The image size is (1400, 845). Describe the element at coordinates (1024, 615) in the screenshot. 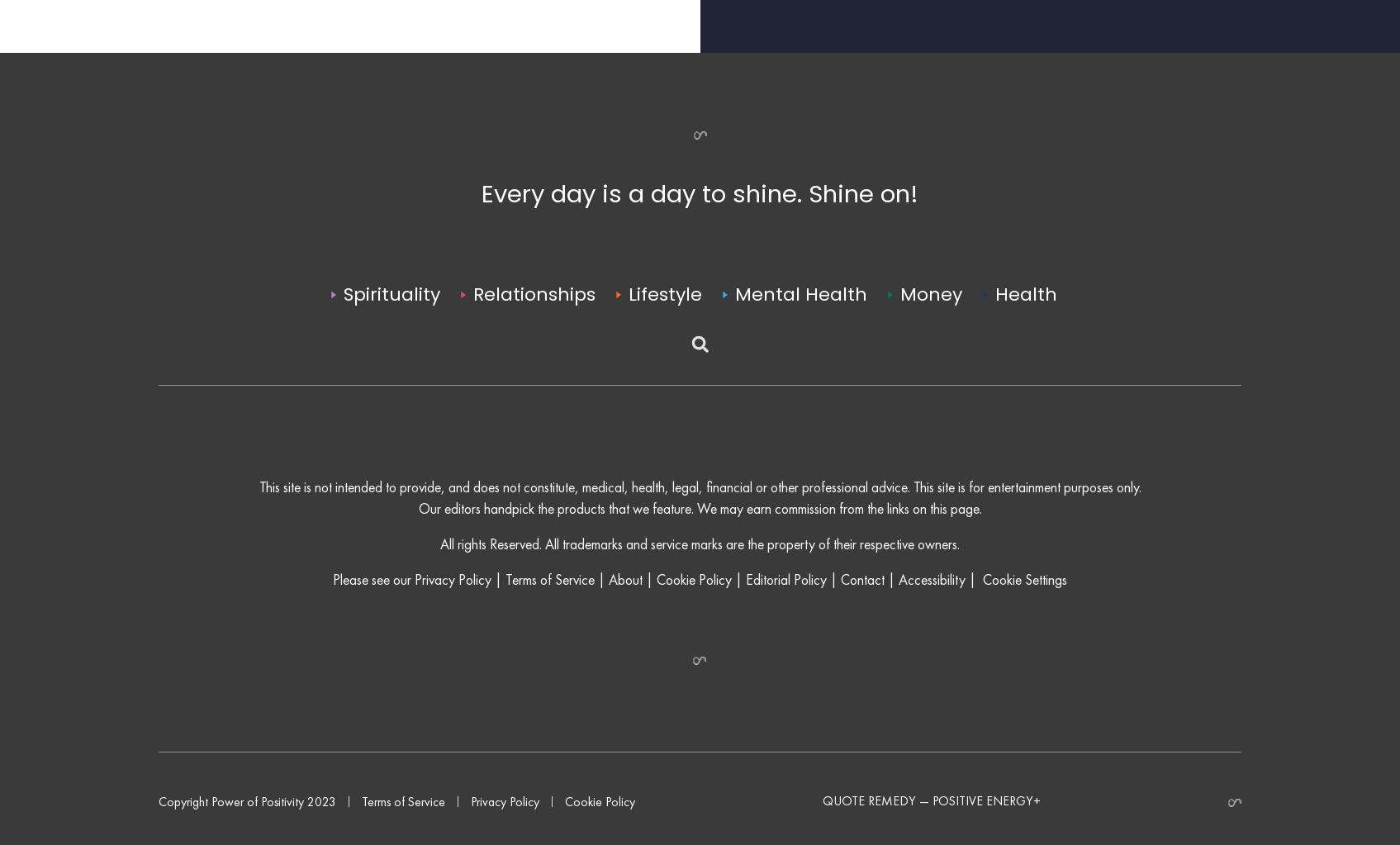

I see `'Cookie Settings'` at that location.